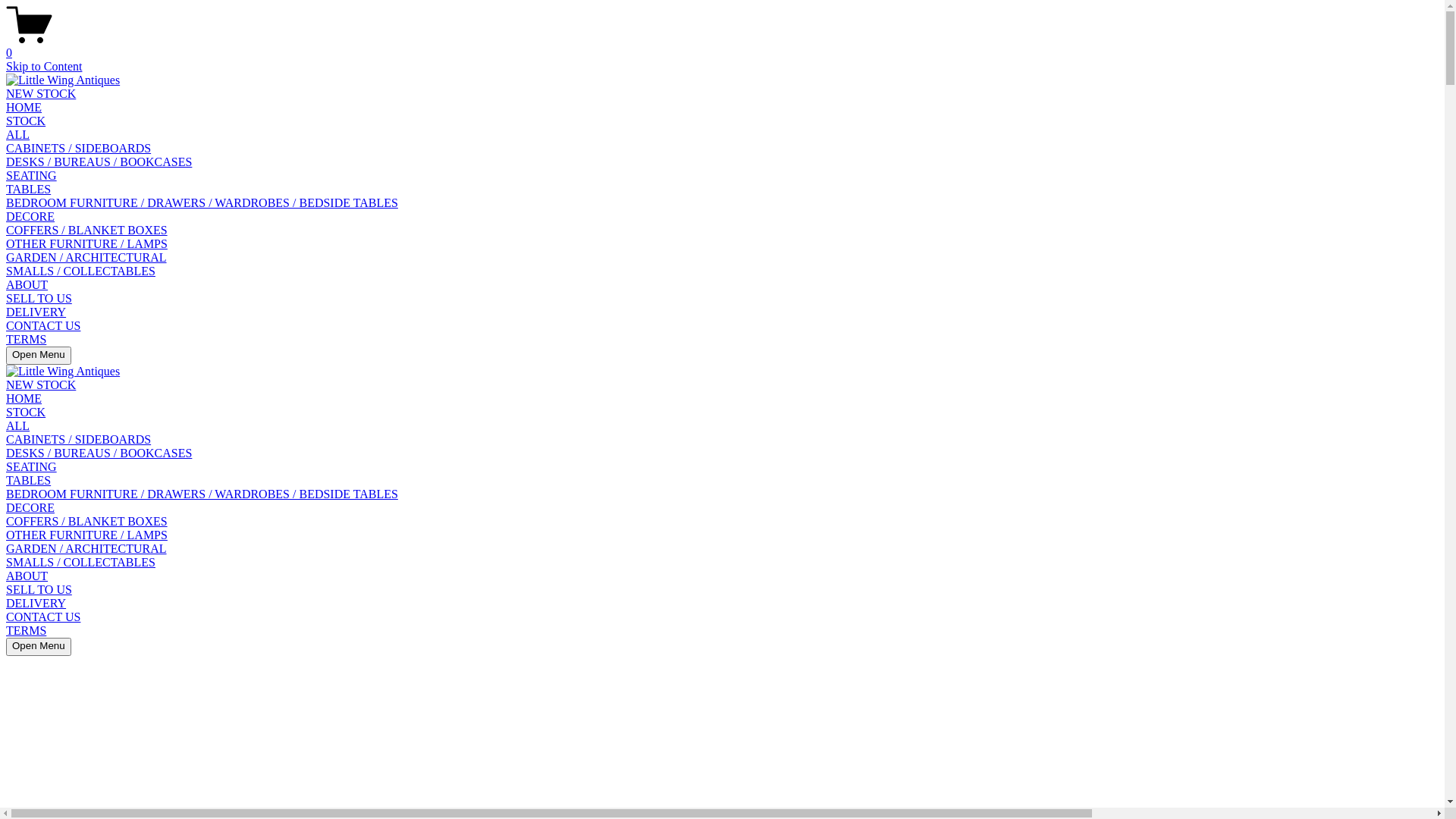 The height and width of the screenshot is (819, 1456). Describe the element at coordinates (86, 548) in the screenshot. I see `'GARDEN / ARCHITECTURAL'` at that location.